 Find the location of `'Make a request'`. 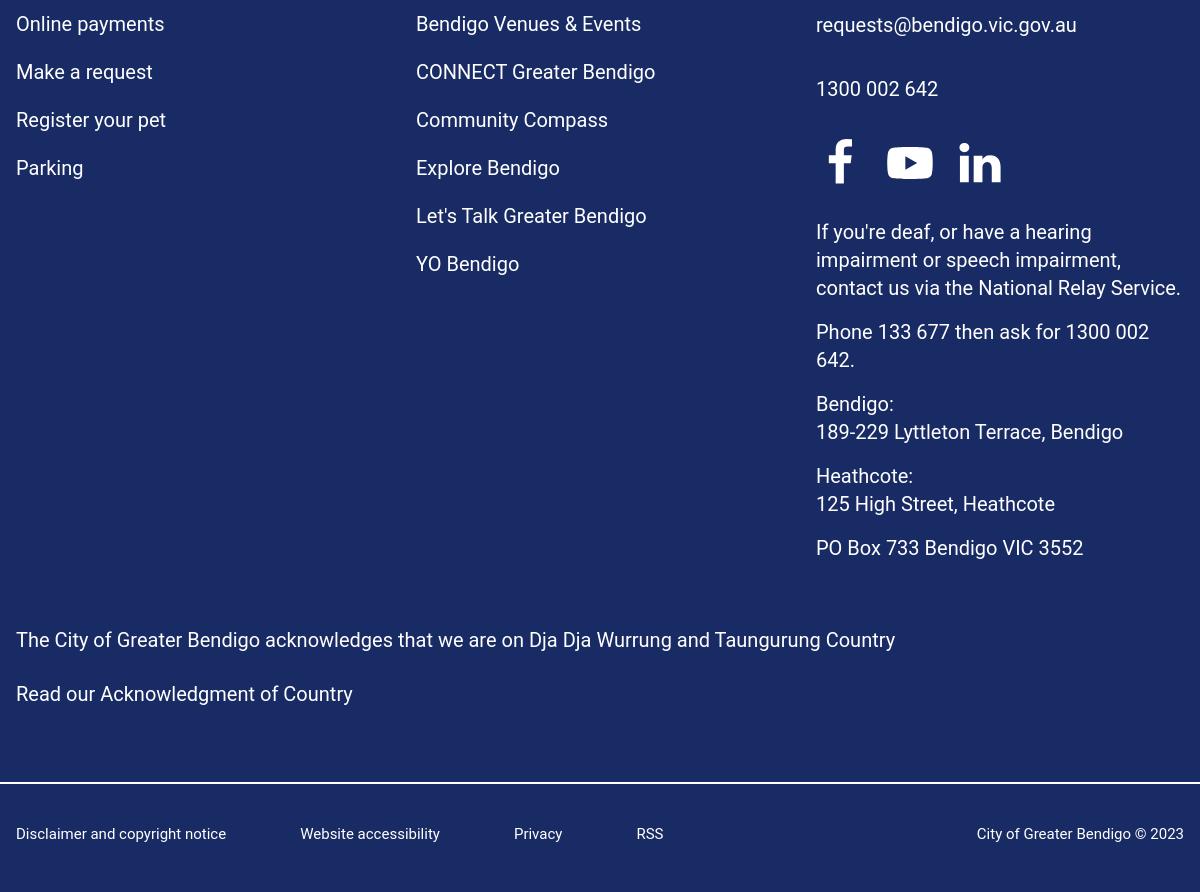

'Make a request' is located at coordinates (84, 71).